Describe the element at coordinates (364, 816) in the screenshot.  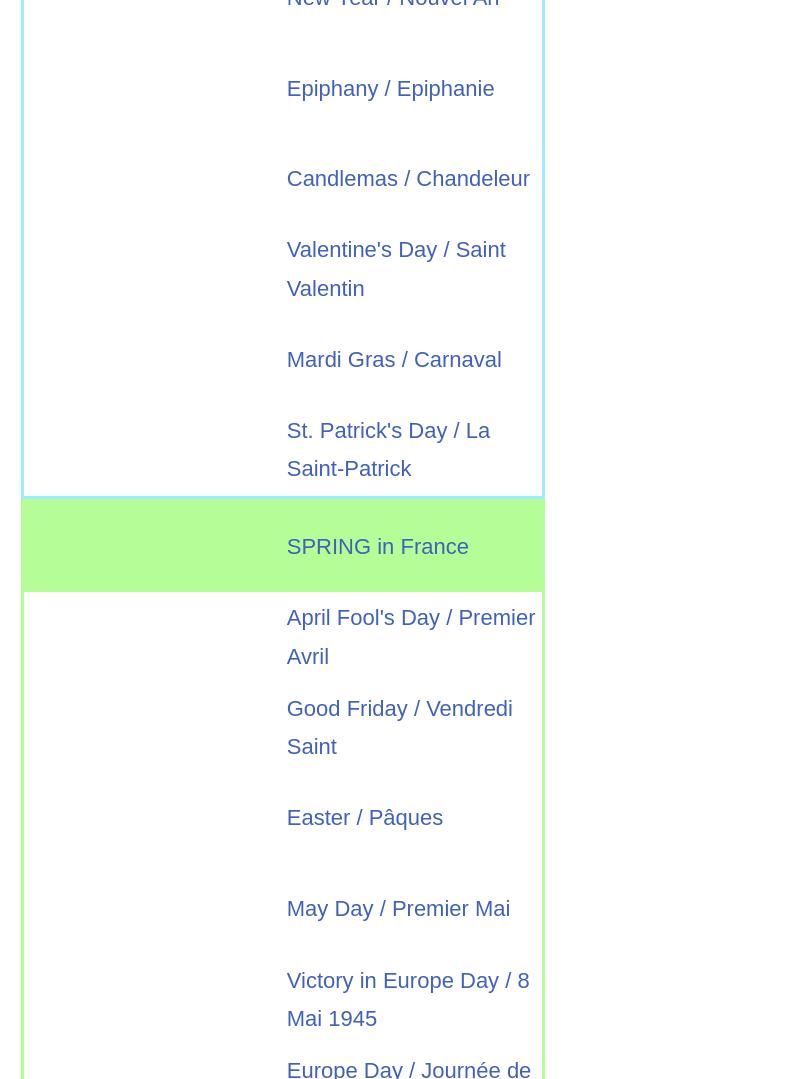
I see `'Easter / Pâques'` at that location.